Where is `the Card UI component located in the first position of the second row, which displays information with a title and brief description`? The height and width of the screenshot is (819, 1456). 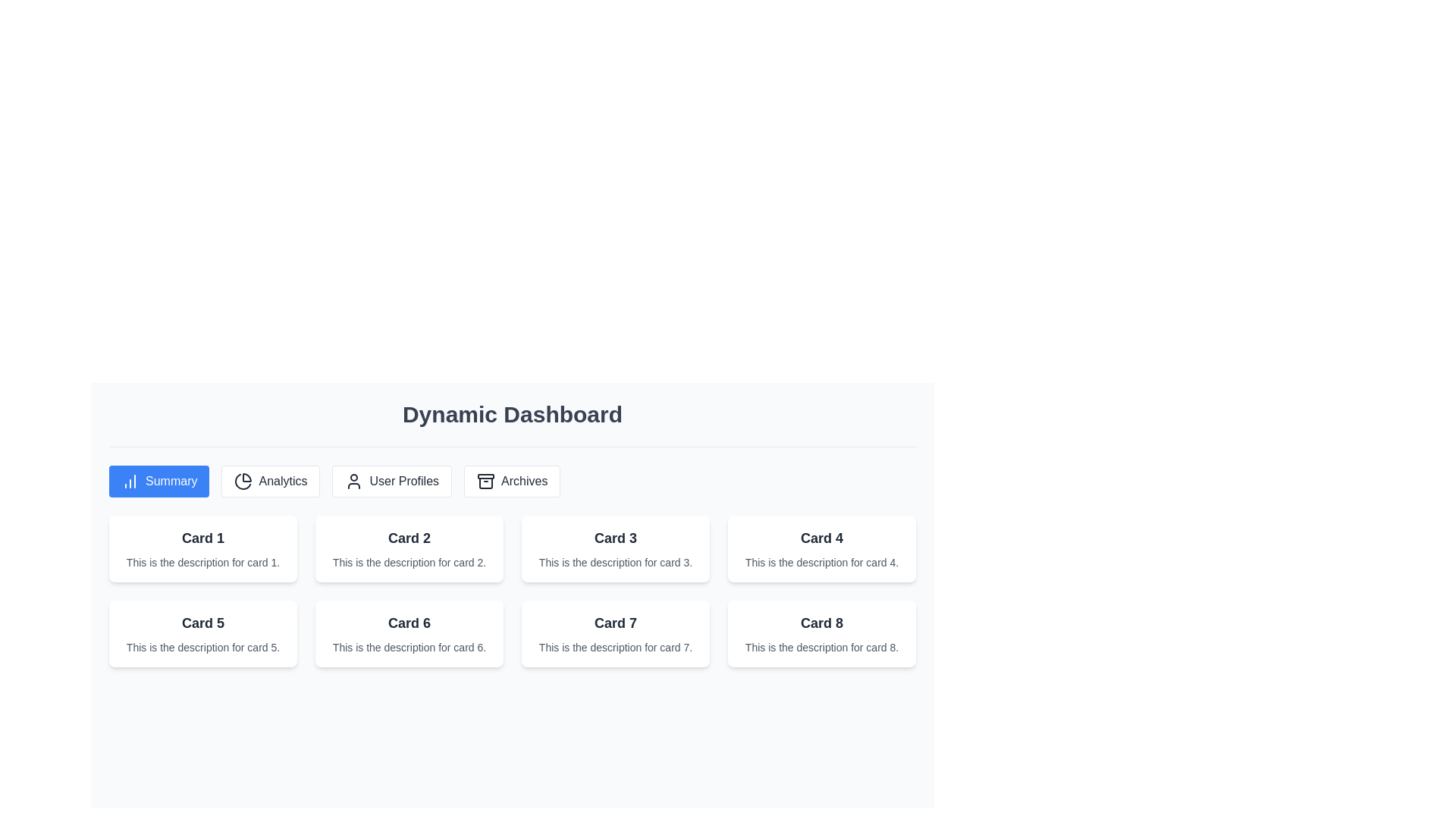
the Card UI component located in the first position of the second row, which displays information with a title and brief description is located at coordinates (202, 634).